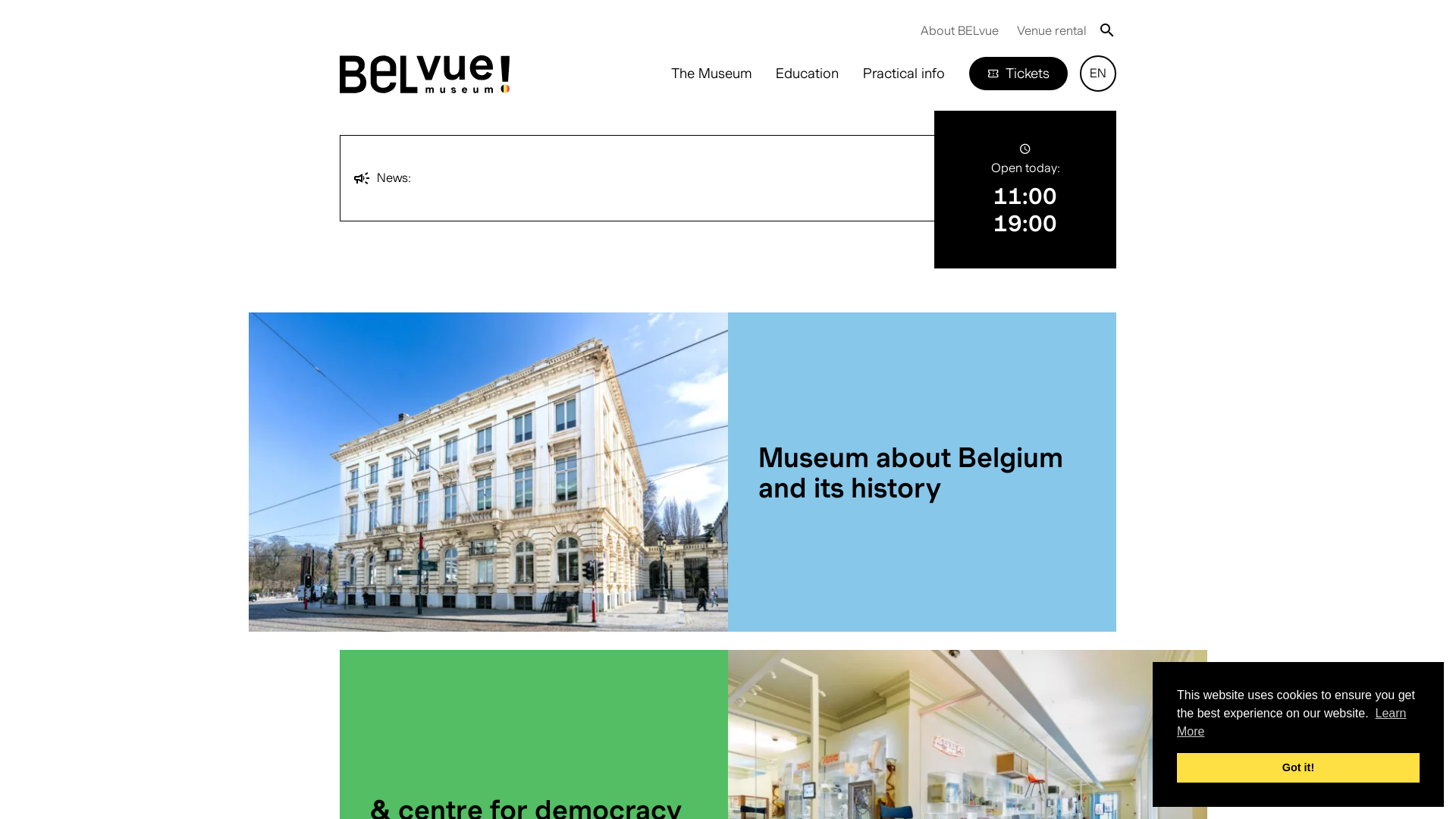 This screenshot has height=819, width=1456. What do you see at coordinates (1025, 189) in the screenshot?
I see `'Open today:` at bounding box center [1025, 189].